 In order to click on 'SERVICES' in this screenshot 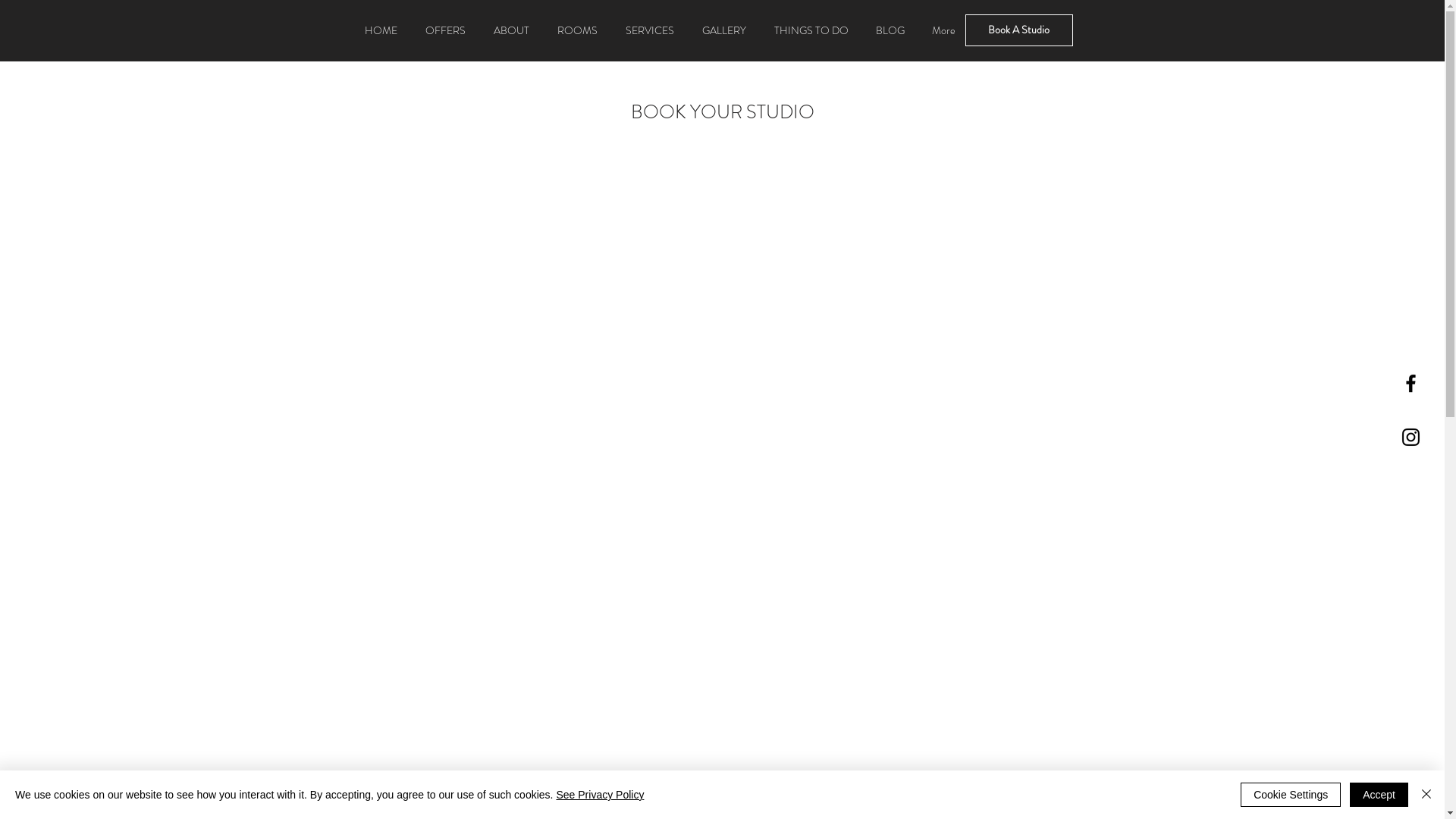, I will do `click(611, 30)`.